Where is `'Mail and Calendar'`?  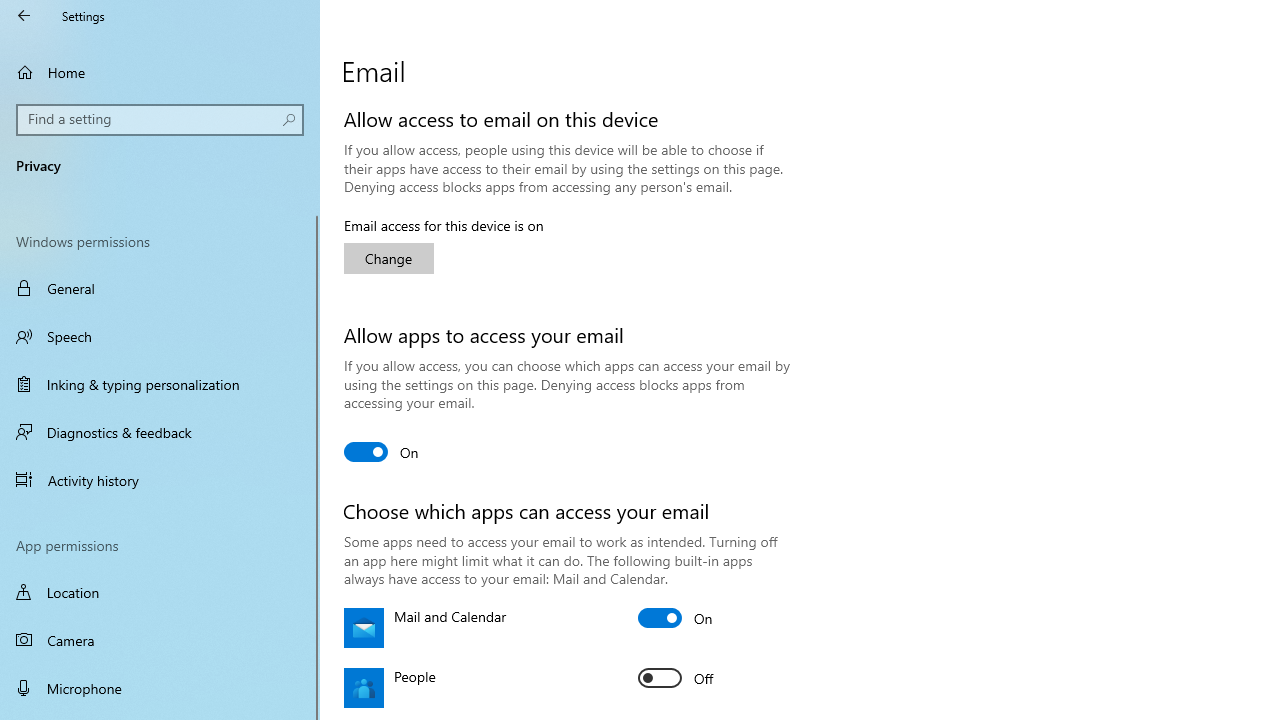 'Mail and Calendar' is located at coordinates (675, 617).